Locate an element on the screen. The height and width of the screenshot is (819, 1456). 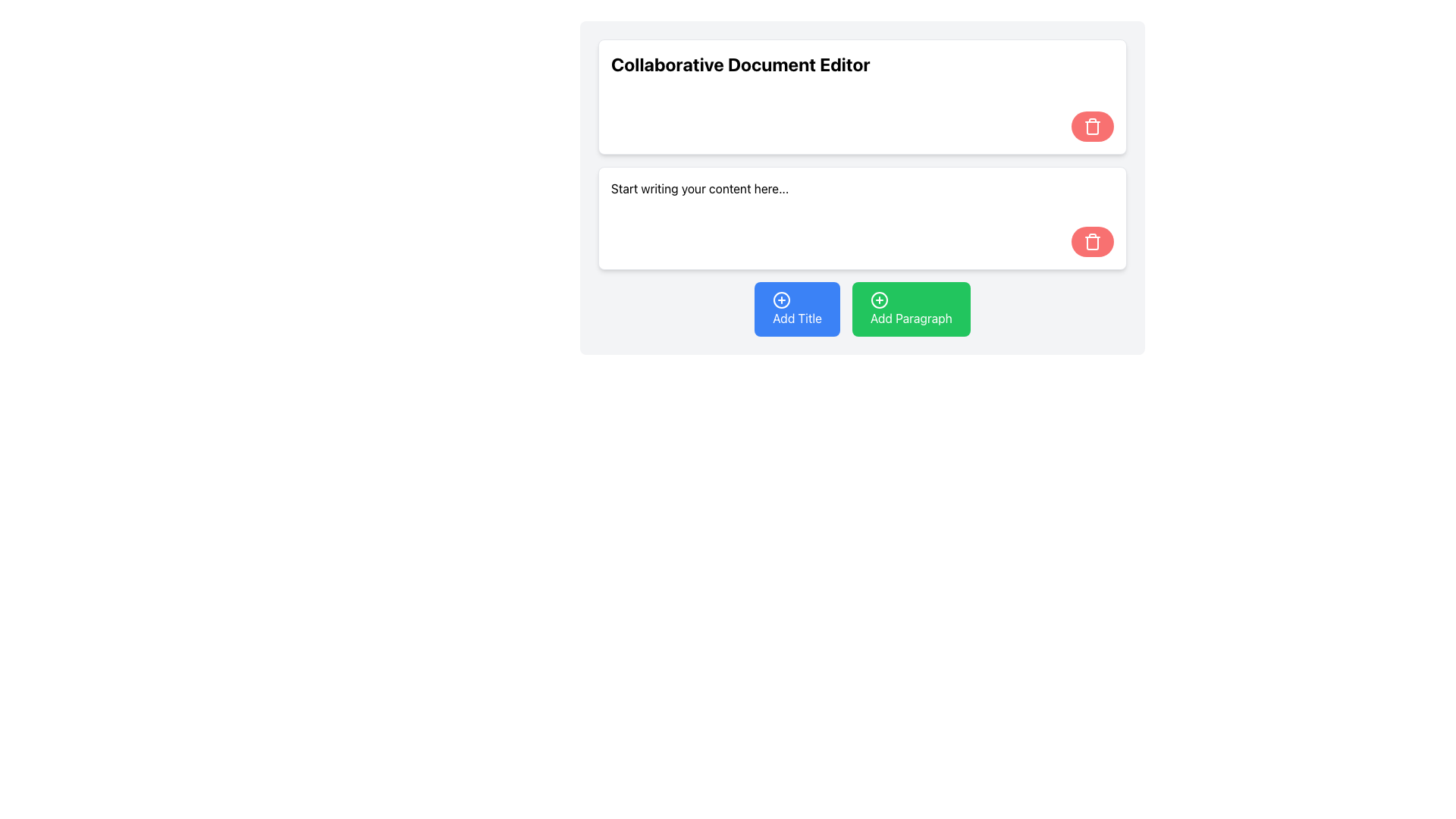
the header text display element, which indicates the purpose of the document editor interface is located at coordinates (862, 76).